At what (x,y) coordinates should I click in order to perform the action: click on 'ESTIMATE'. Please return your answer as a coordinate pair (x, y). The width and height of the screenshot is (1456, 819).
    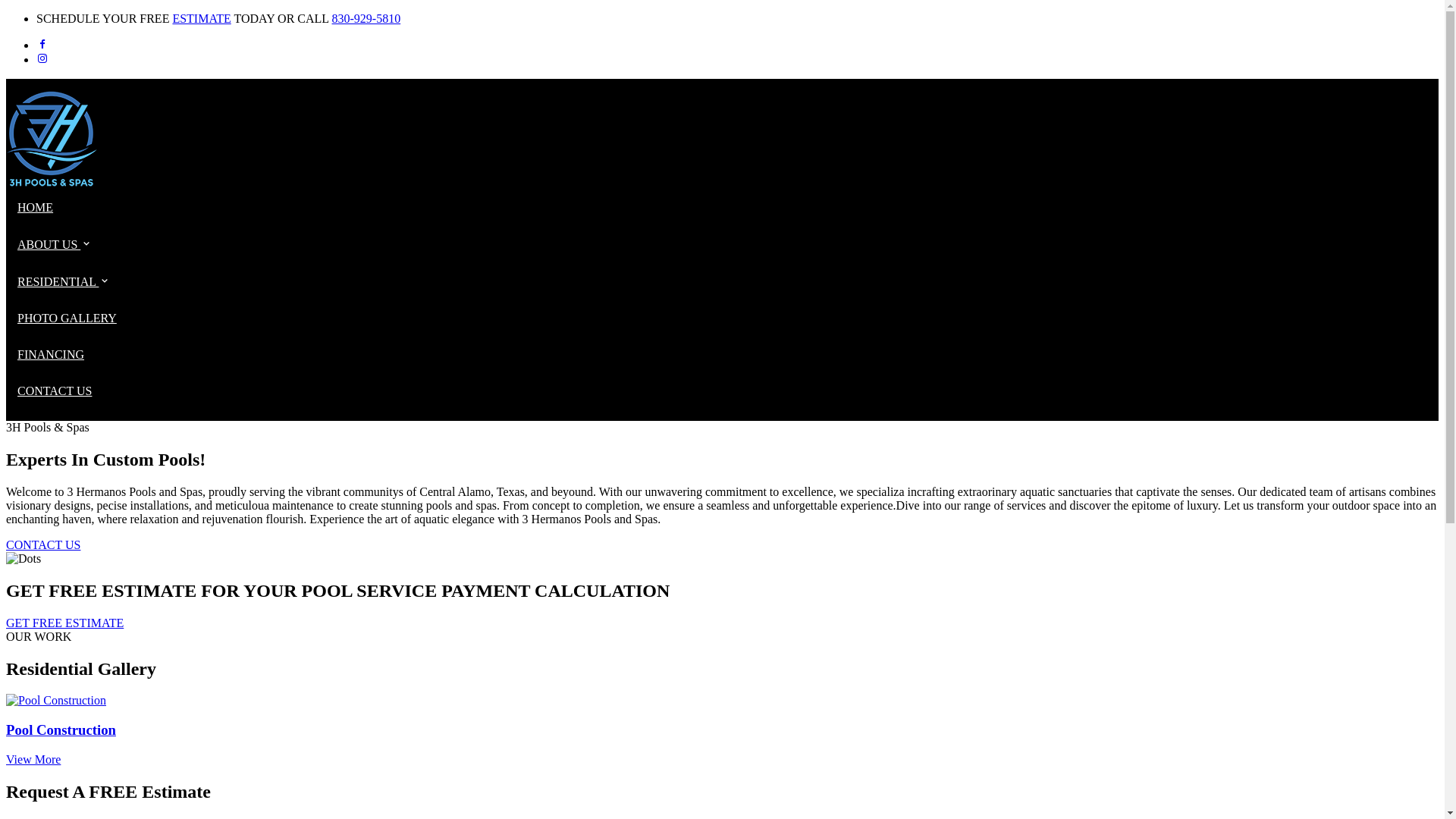
    Looking at the image, I should click on (200, 18).